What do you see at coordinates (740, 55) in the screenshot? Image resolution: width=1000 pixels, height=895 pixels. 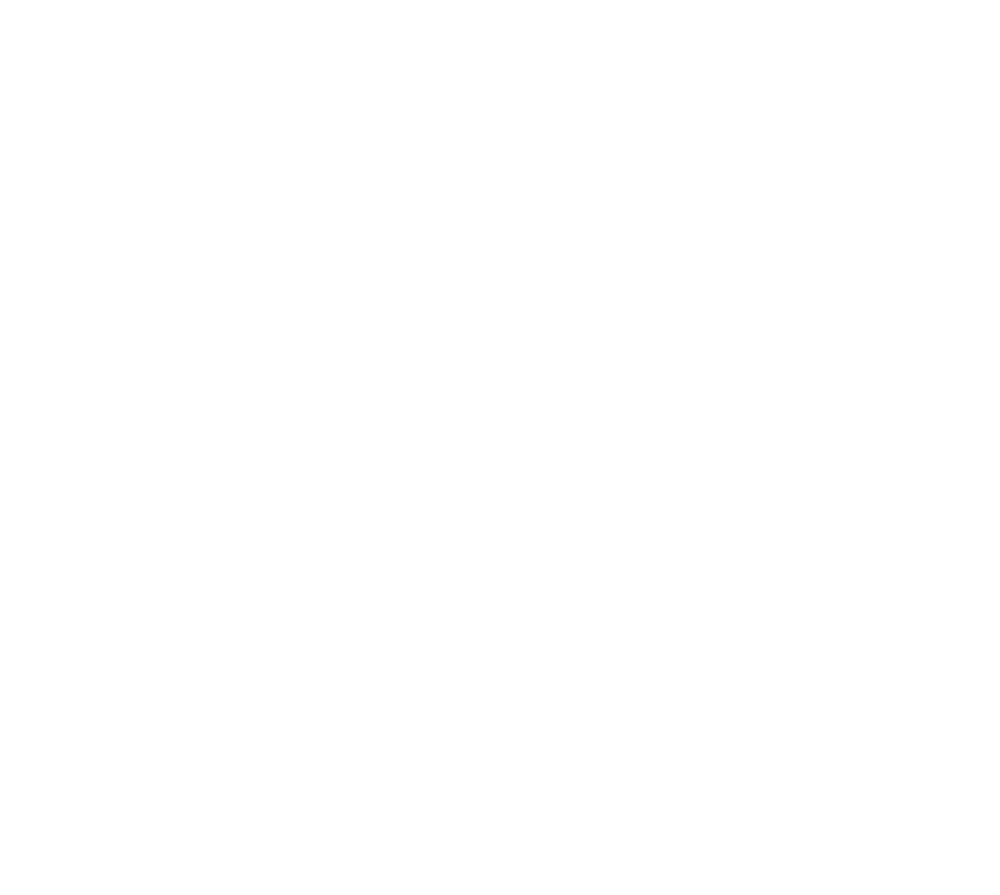 I see `'Managed Voice'` at bounding box center [740, 55].